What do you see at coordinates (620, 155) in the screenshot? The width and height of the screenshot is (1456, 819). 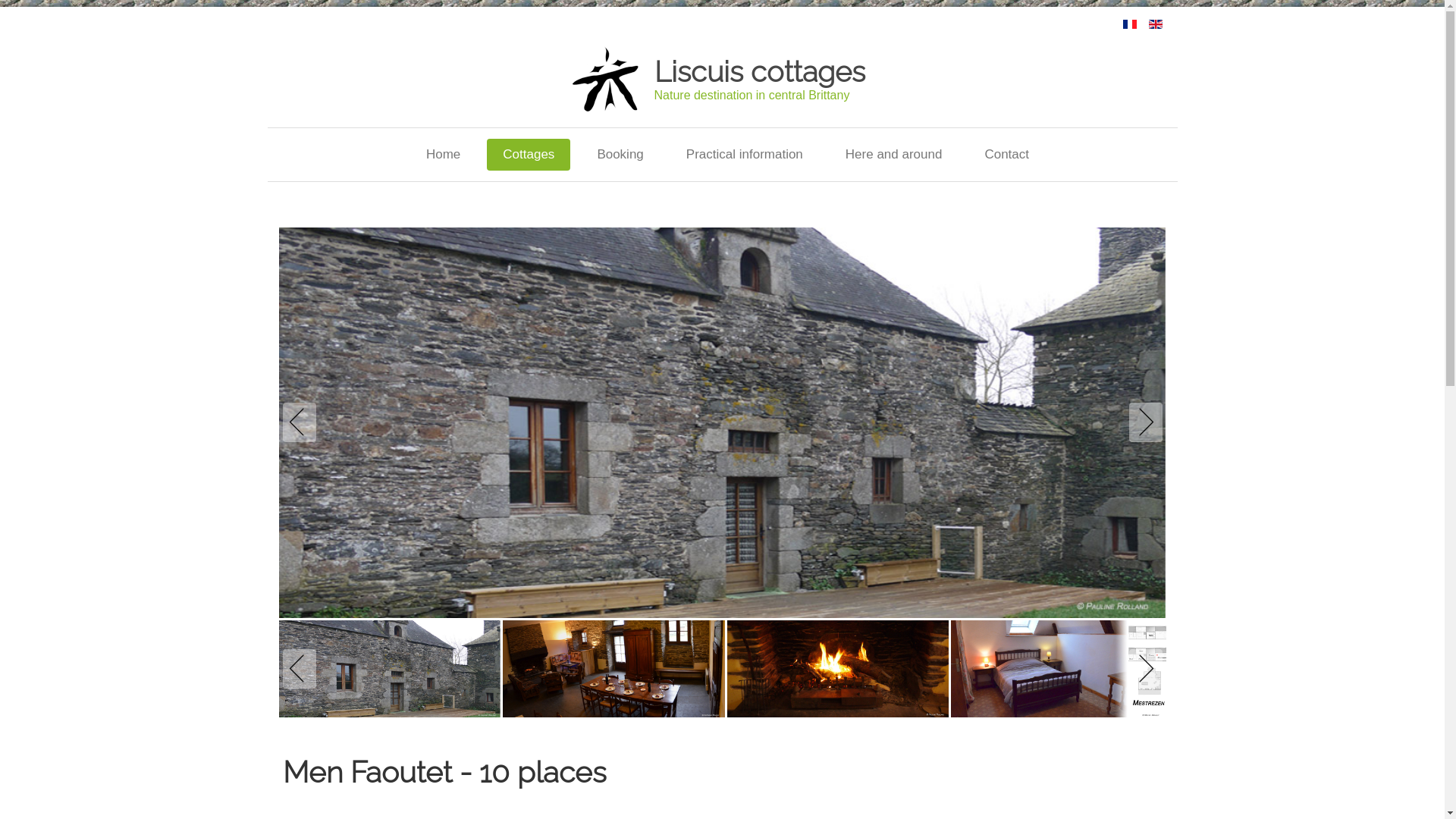 I see `'Booking'` at bounding box center [620, 155].